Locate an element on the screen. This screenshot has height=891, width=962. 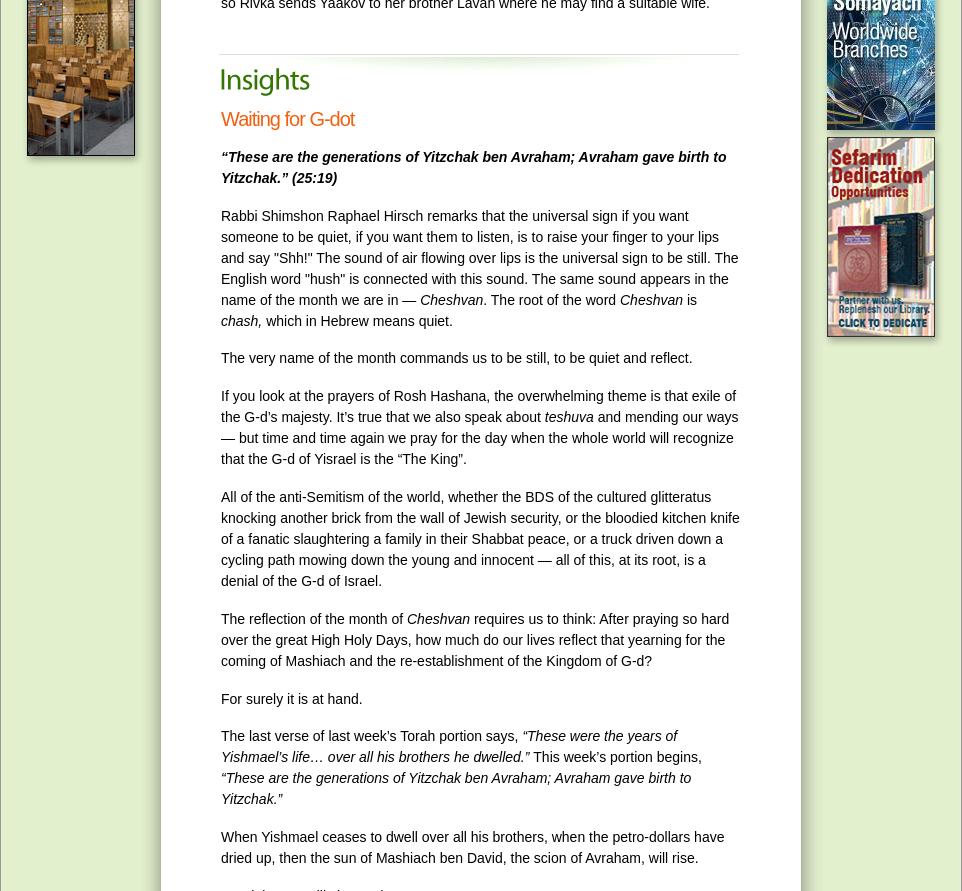
'For surely it is at hand.' is located at coordinates (290, 697).